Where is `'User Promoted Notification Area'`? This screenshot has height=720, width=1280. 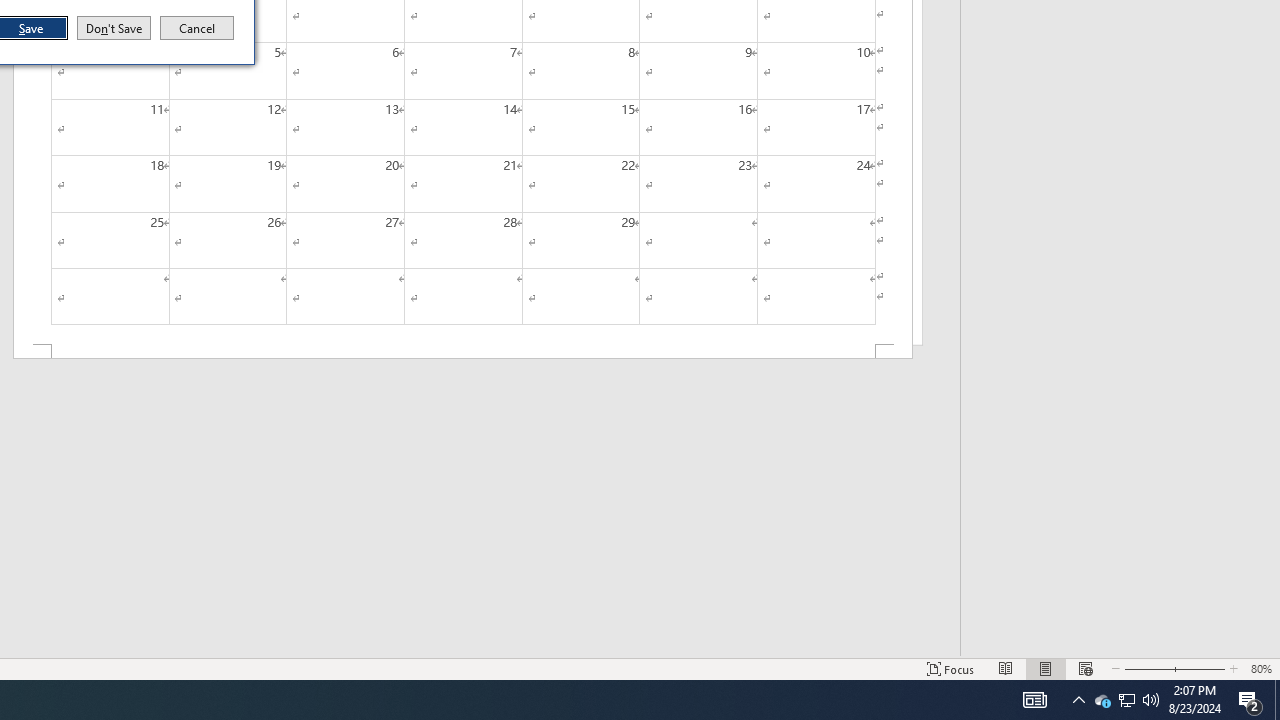 'User Promoted Notification Area' is located at coordinates (1127, 698).